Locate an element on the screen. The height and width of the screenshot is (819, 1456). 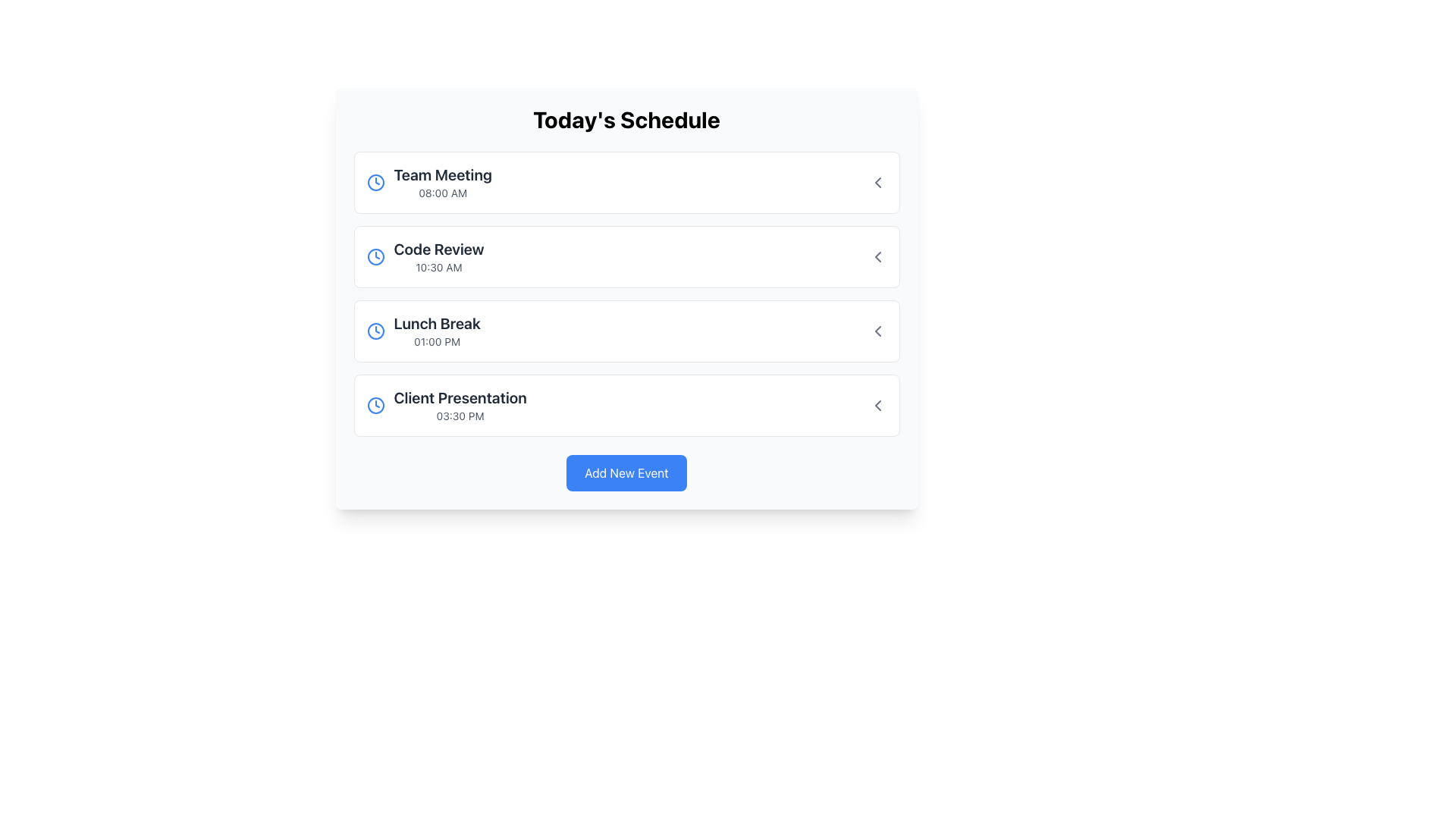
the graphical element of the clock icon that represents the 'Lunch Break' event, which is the third clock icon in the event list, located adjacent to the text 'Lunch Break' is located at coordinates (375, 330).